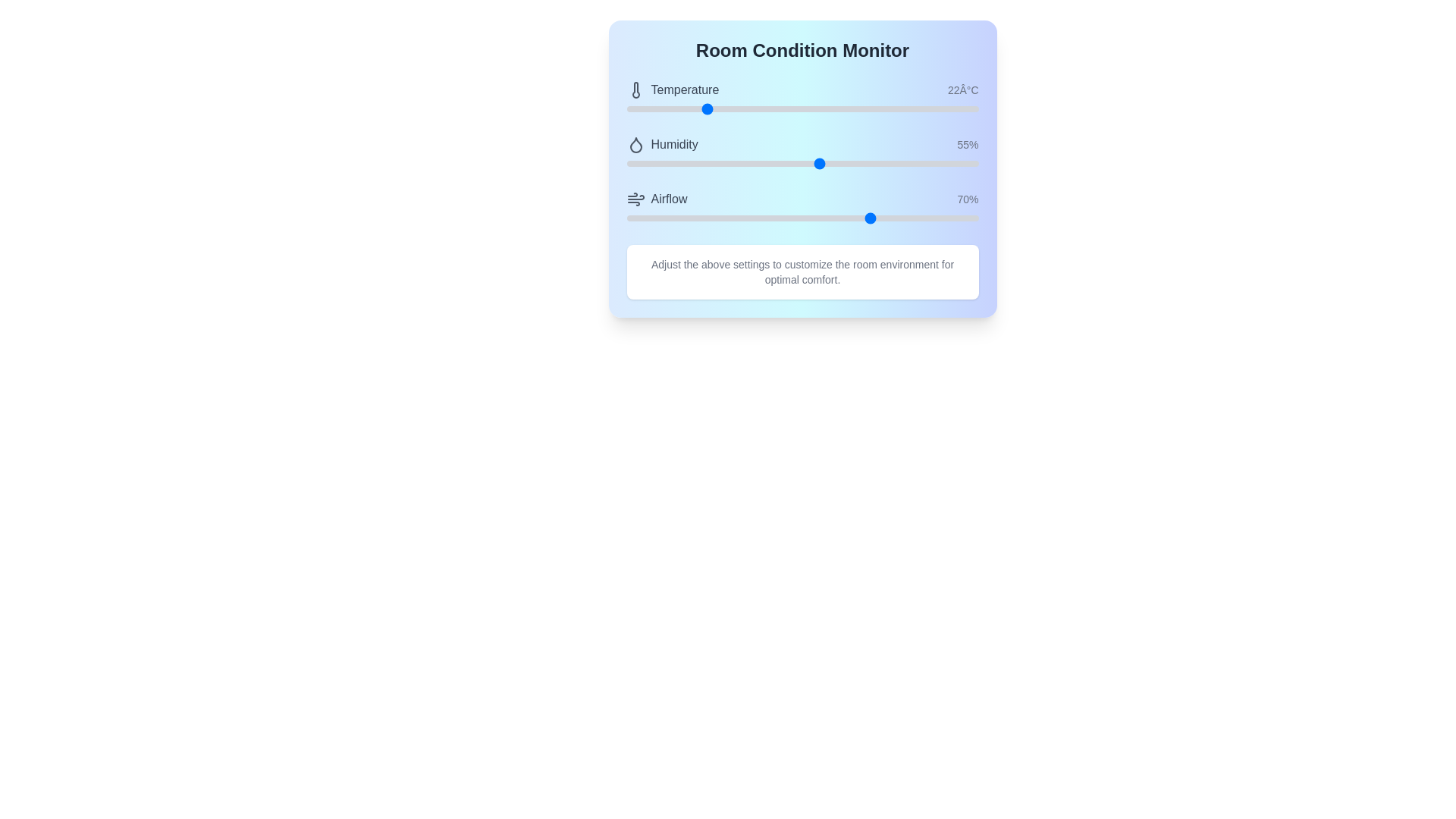  What do you see at coordinates (795, 218) in the screenshot?
I see `the airflow` at bounding box center [795, 218].